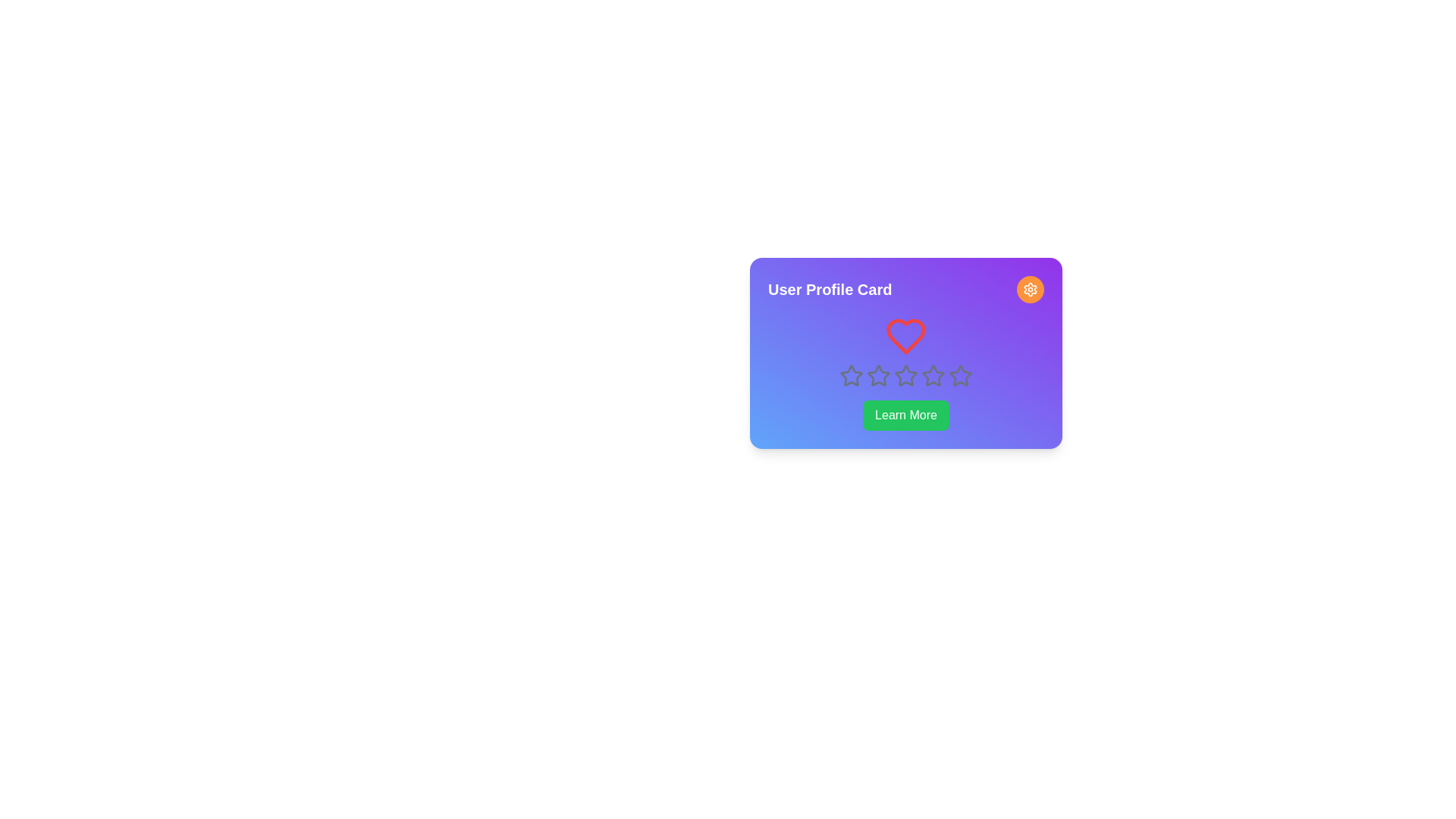  I want to click on the heart icon within the icon group (heart with stars) located on the user profile card, which is centered between the title 'User Profile Card' and the 'Learn More' button, so click(906, 351).